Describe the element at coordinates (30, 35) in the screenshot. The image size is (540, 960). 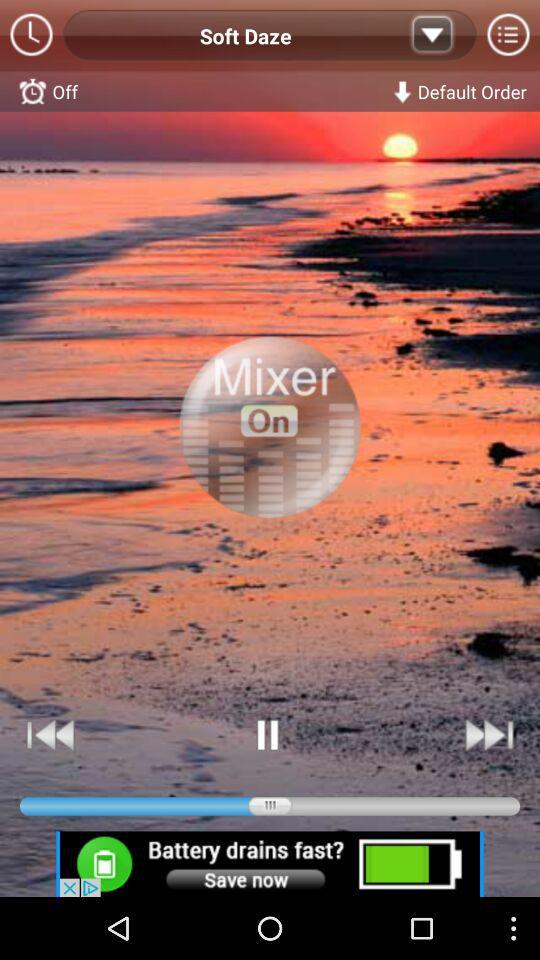
I see `clock` at that location.